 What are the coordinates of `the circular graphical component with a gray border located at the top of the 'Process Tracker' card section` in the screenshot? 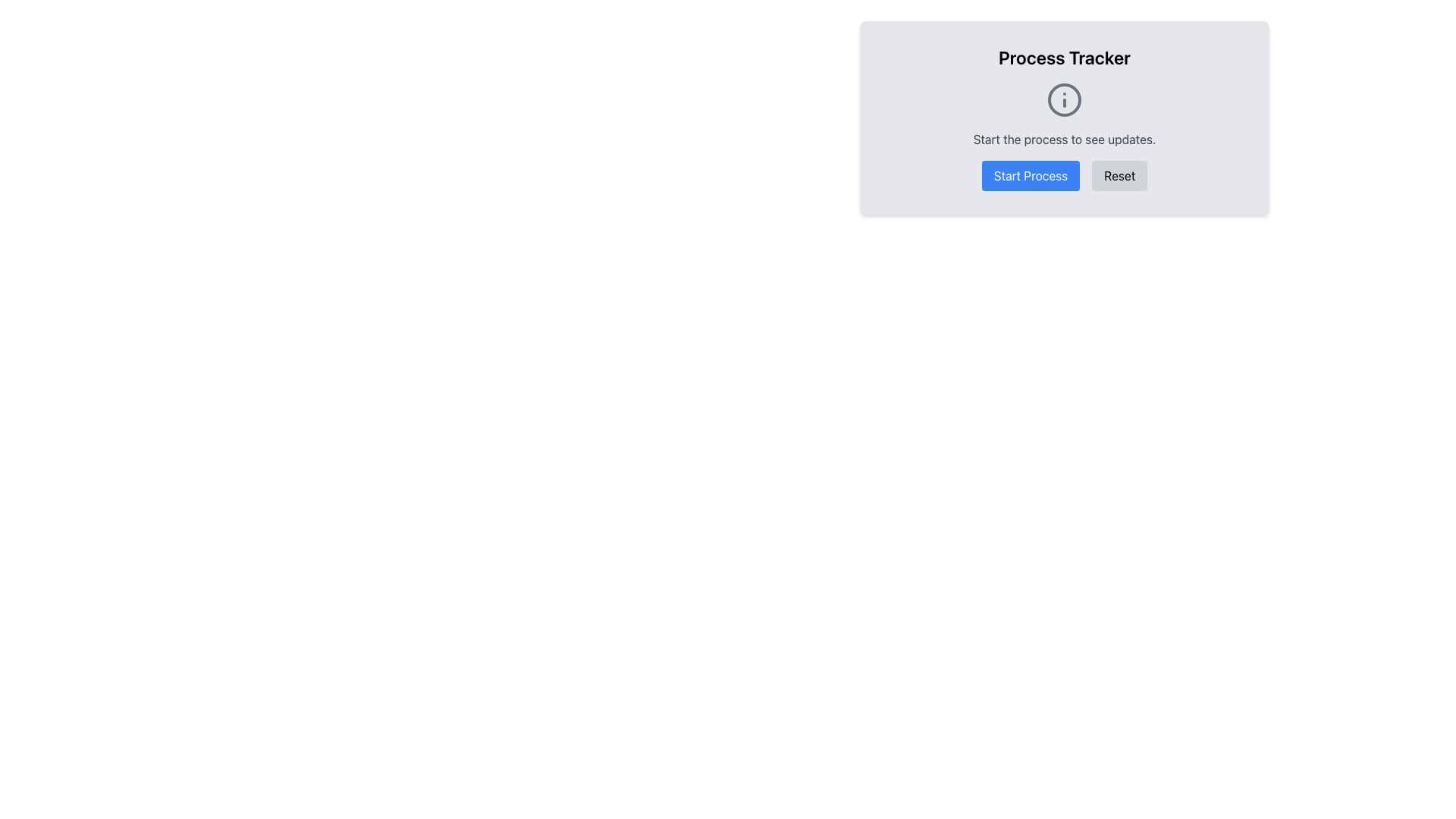 It's located at (1063, 99).